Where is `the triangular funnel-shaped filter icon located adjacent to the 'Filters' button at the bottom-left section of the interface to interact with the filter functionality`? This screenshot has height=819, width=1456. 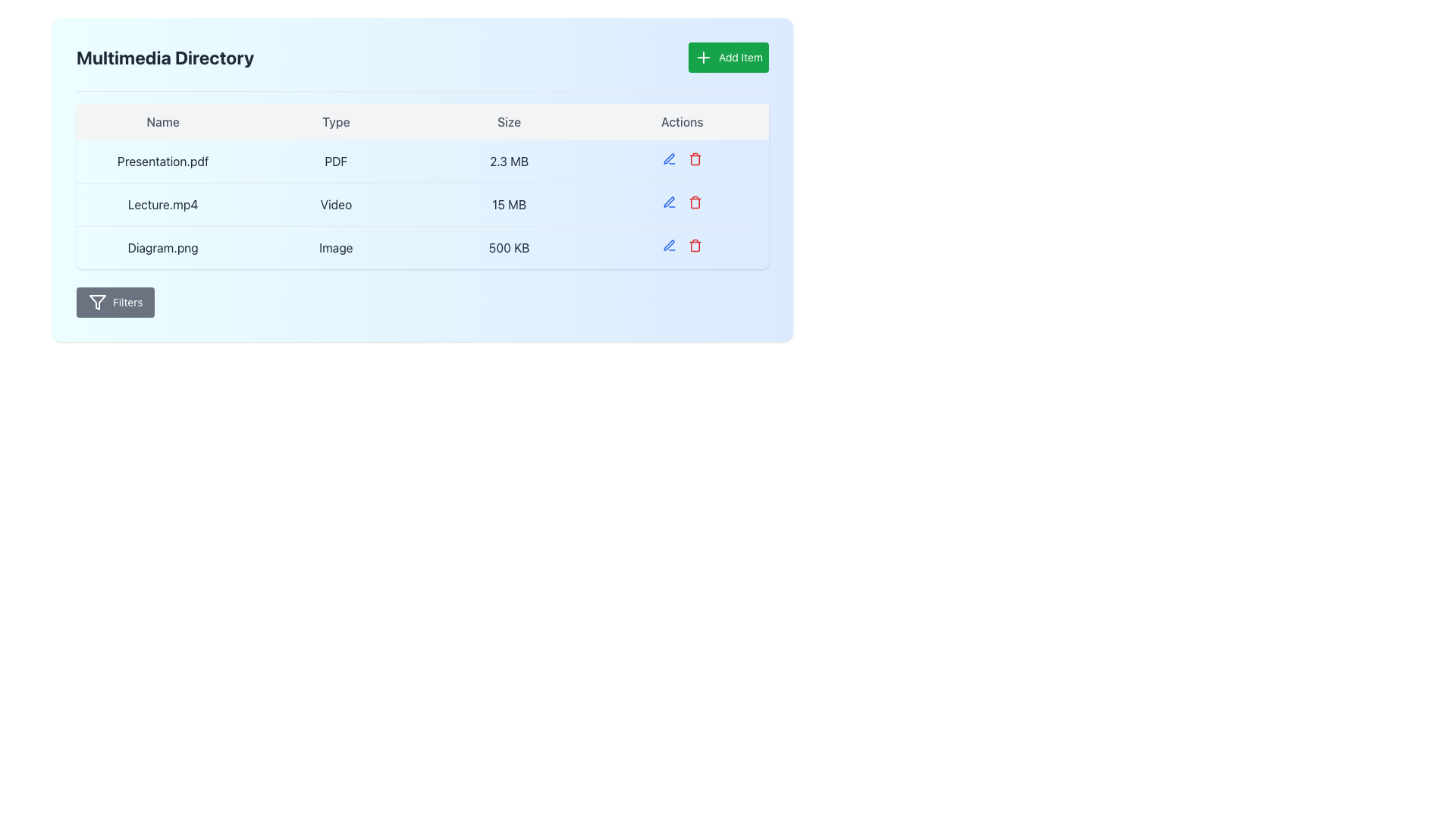
the triangular funnel-shaped filter icon located adjacent to the 'Filters' button at the bottom-left section of the interface to interact with the filter functionality is located at coordinates (97, 302).